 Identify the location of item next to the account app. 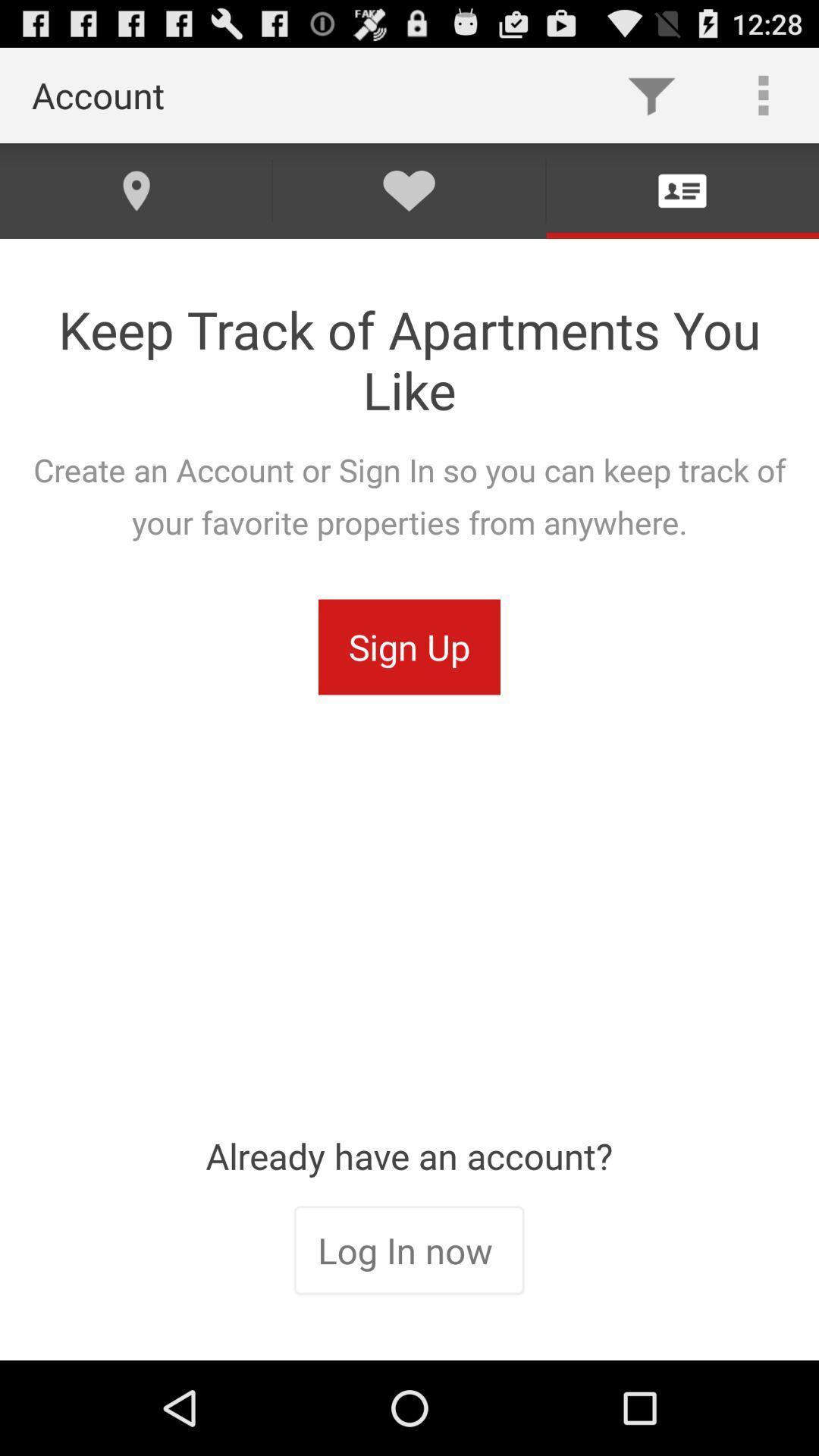
(651, 94).